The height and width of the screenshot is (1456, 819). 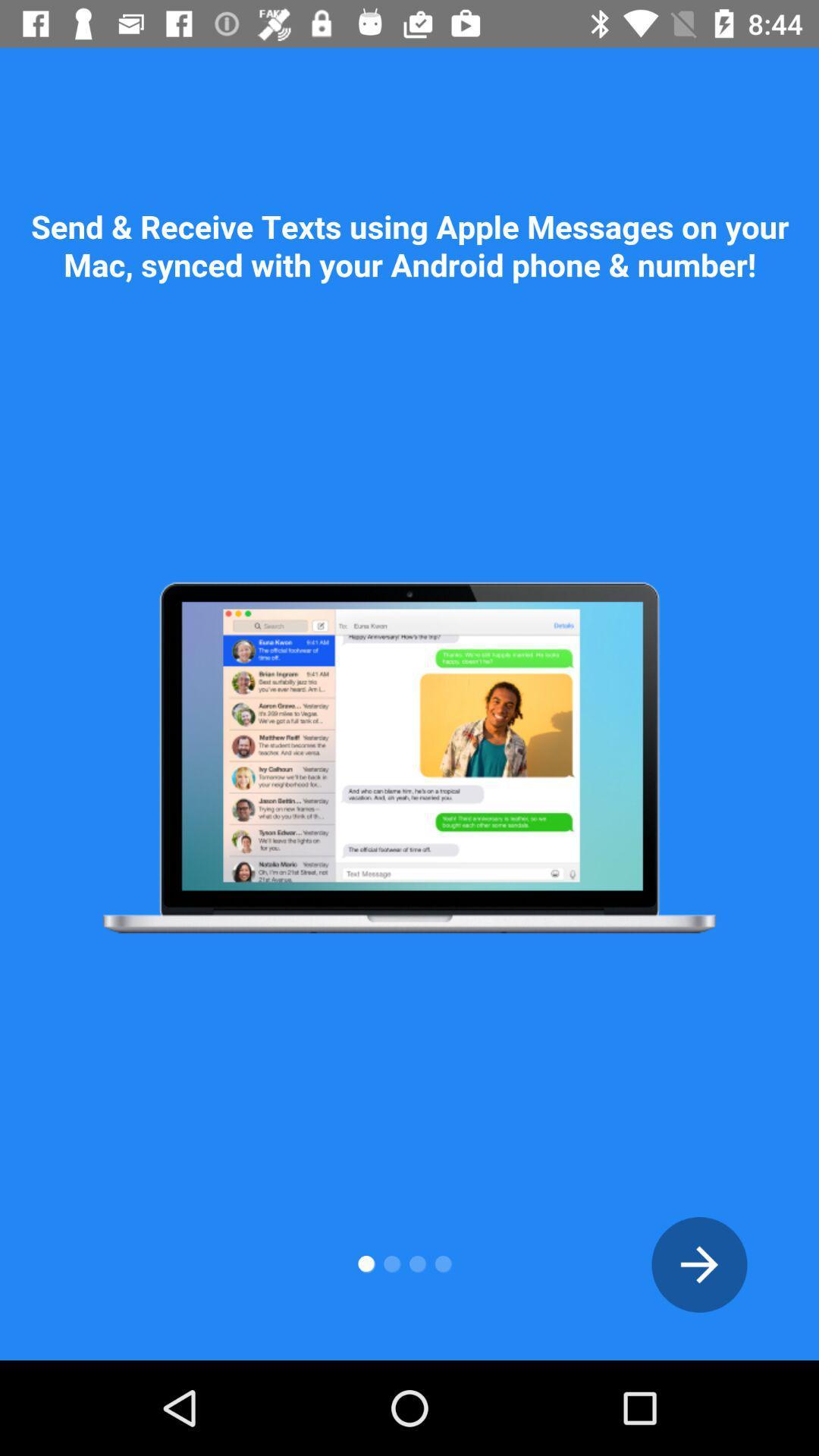 I want to click on advertisement, so click(x=699, y=1264).